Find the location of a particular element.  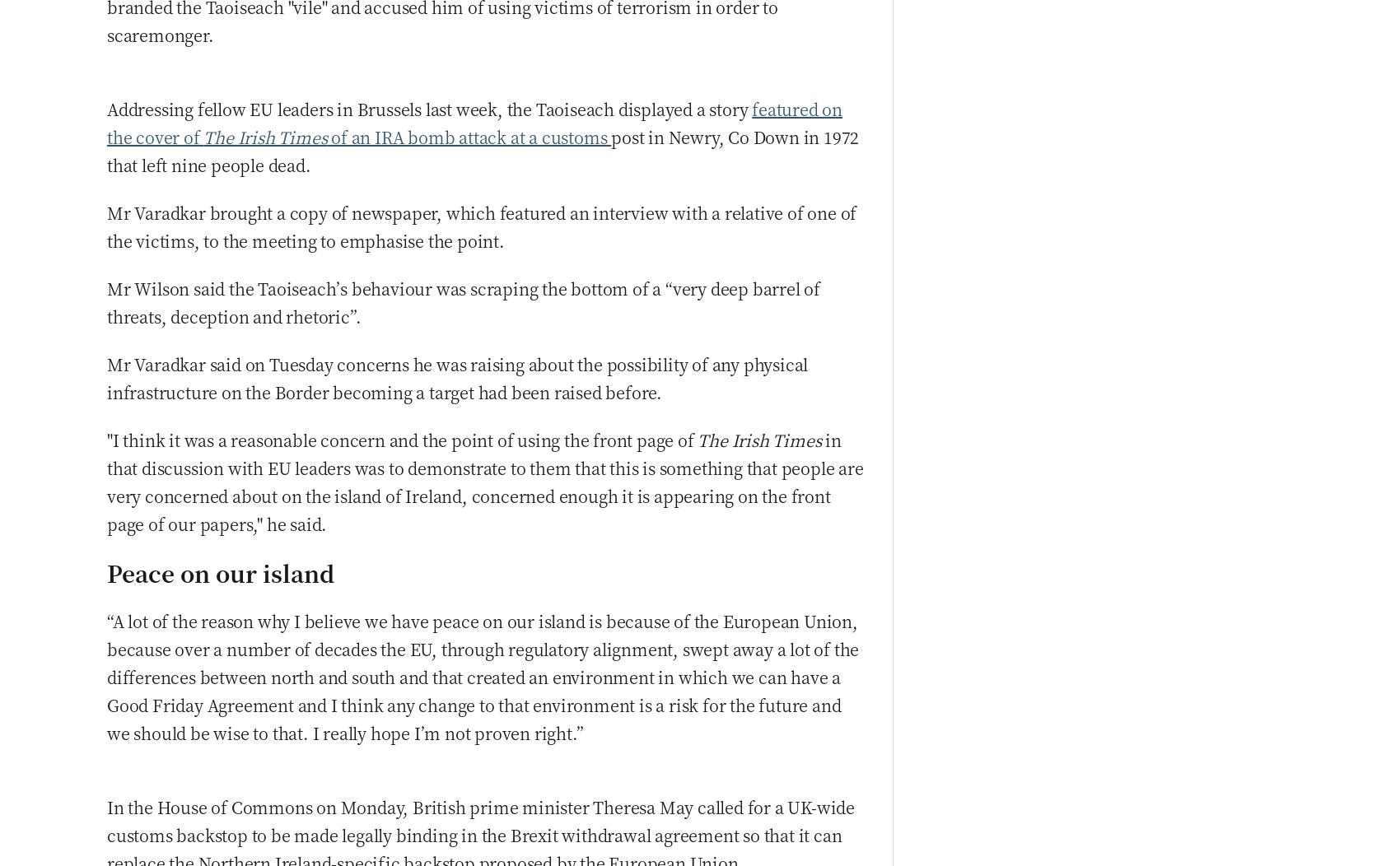

'Peace on our island' is located at coordinates (220, 570).